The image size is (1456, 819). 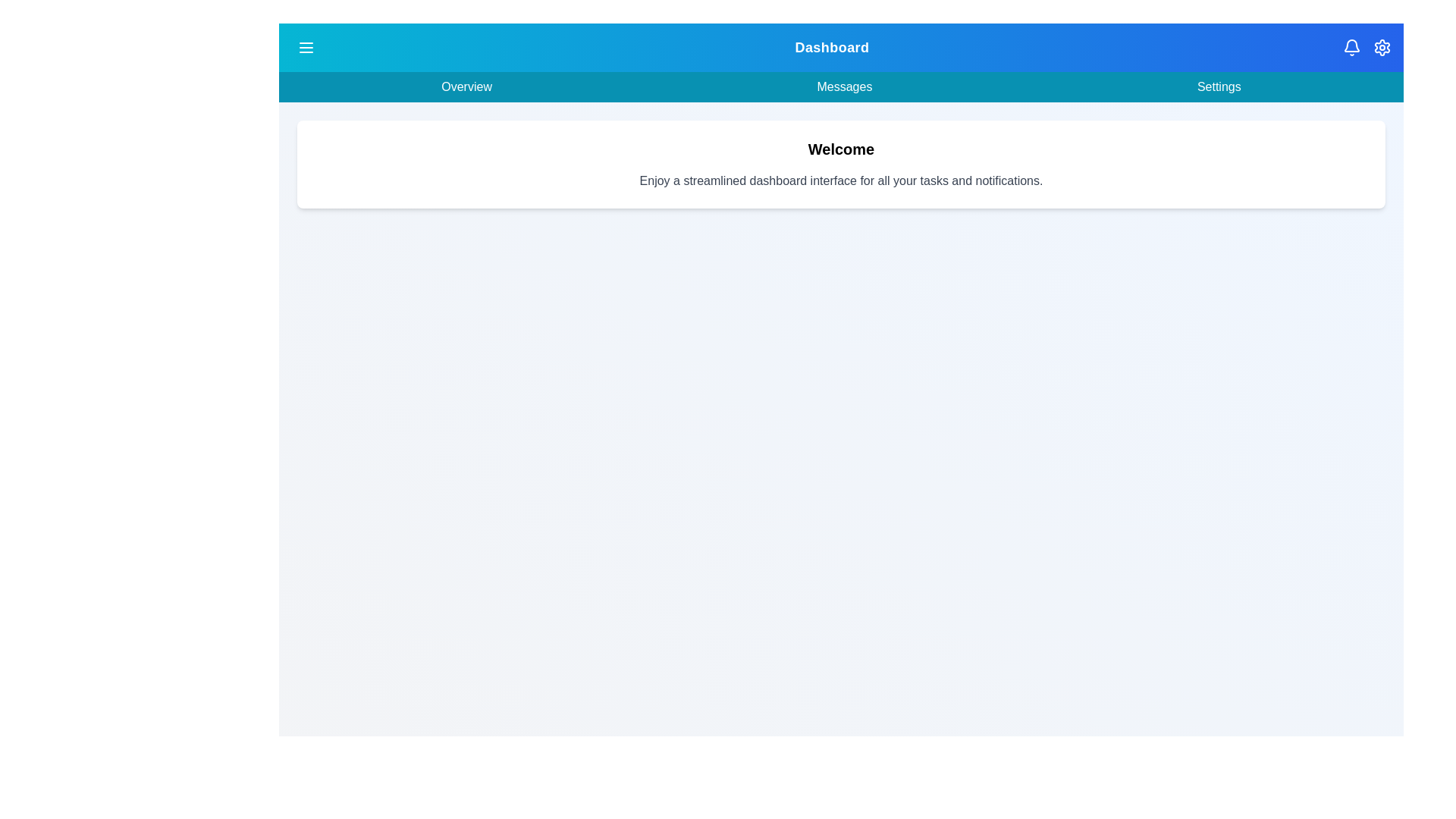 What do you see at coordinates (843, 87) in the screenshot?
I see `the messages_tab to inspect its behavior` at bounding box center [843, 87].